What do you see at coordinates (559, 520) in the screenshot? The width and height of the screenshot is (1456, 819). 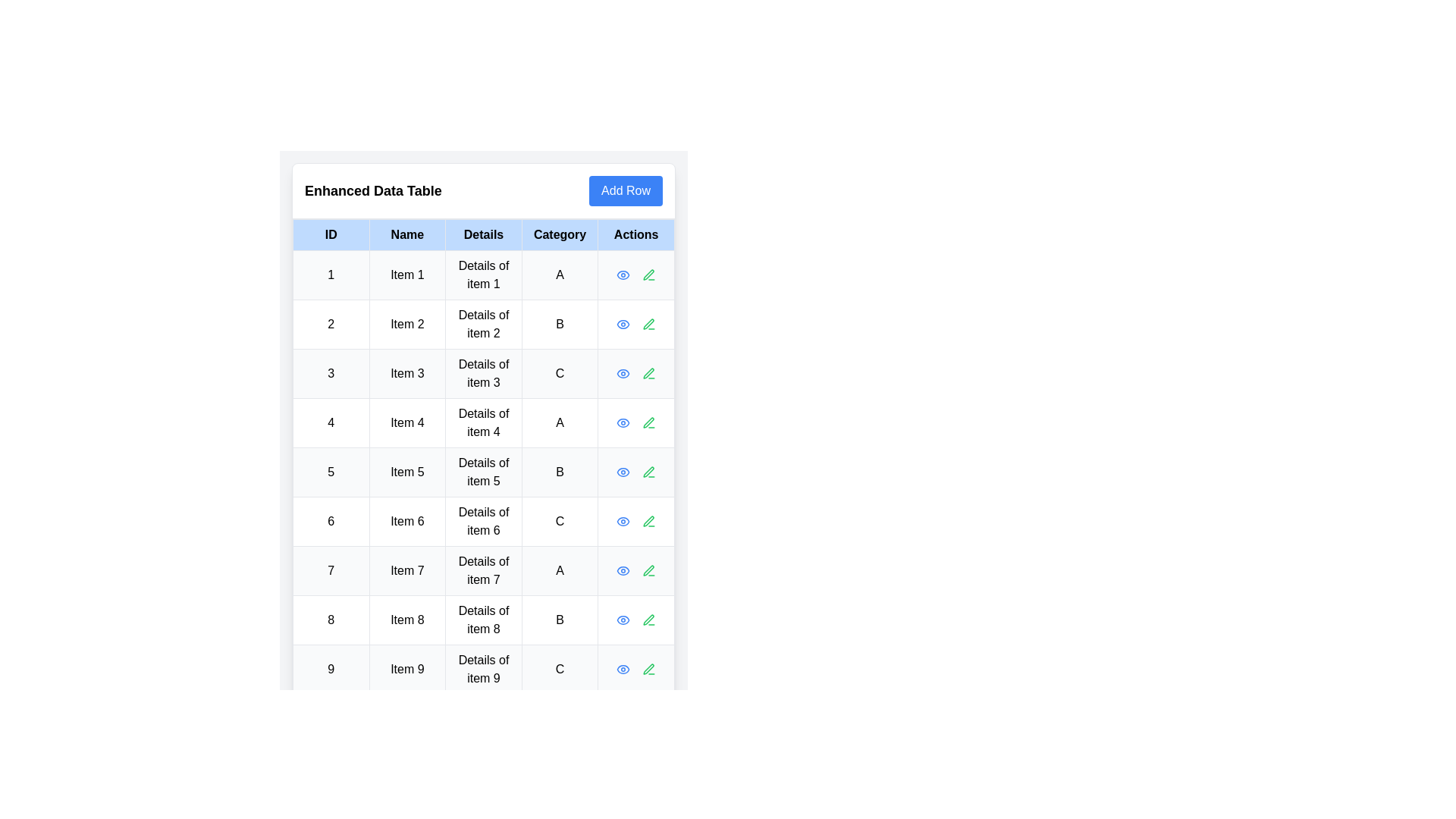 I see `the table cell containing the character 'C' in the sixth row under the 'Category' column, which is styled with a center alignment and enclosed within a bordered rectangular cell` at bounding box center [559, 520].